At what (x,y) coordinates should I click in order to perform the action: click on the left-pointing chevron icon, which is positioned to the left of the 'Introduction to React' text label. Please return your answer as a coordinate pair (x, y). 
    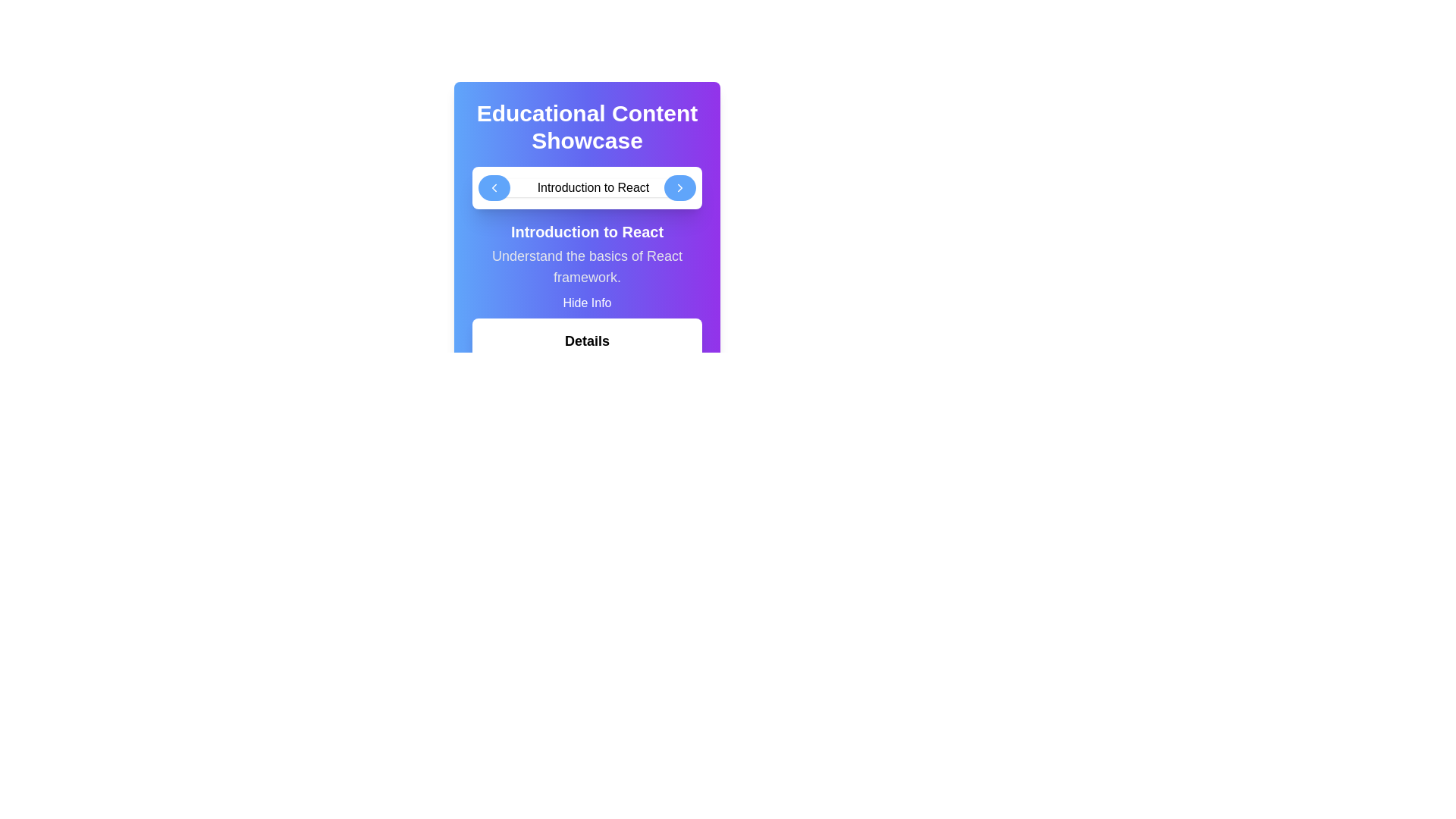
    Looking at the image, I should click on (494, 187).